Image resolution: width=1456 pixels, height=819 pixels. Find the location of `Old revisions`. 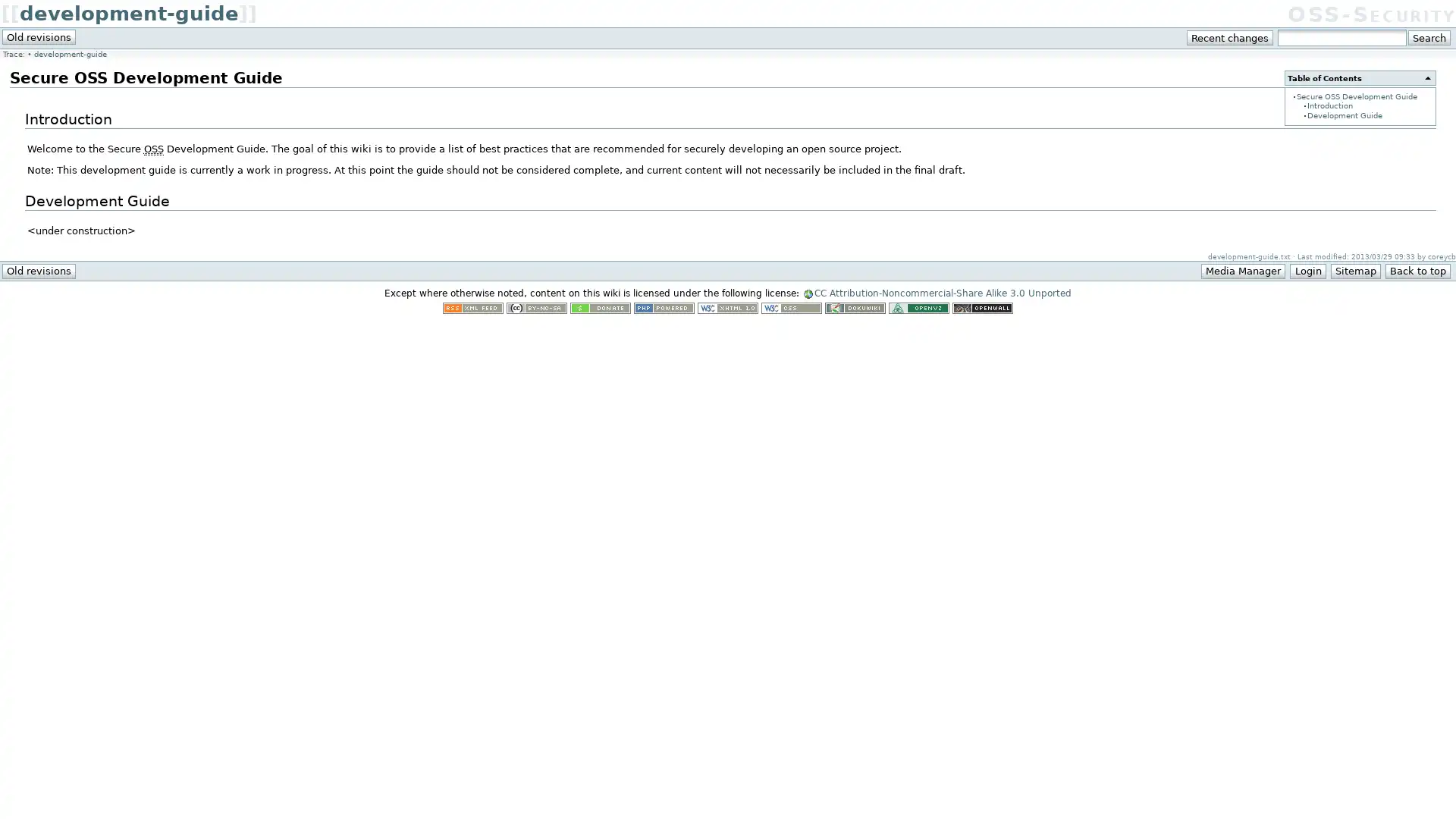

Old revisions is located at coordinates (39, 36).